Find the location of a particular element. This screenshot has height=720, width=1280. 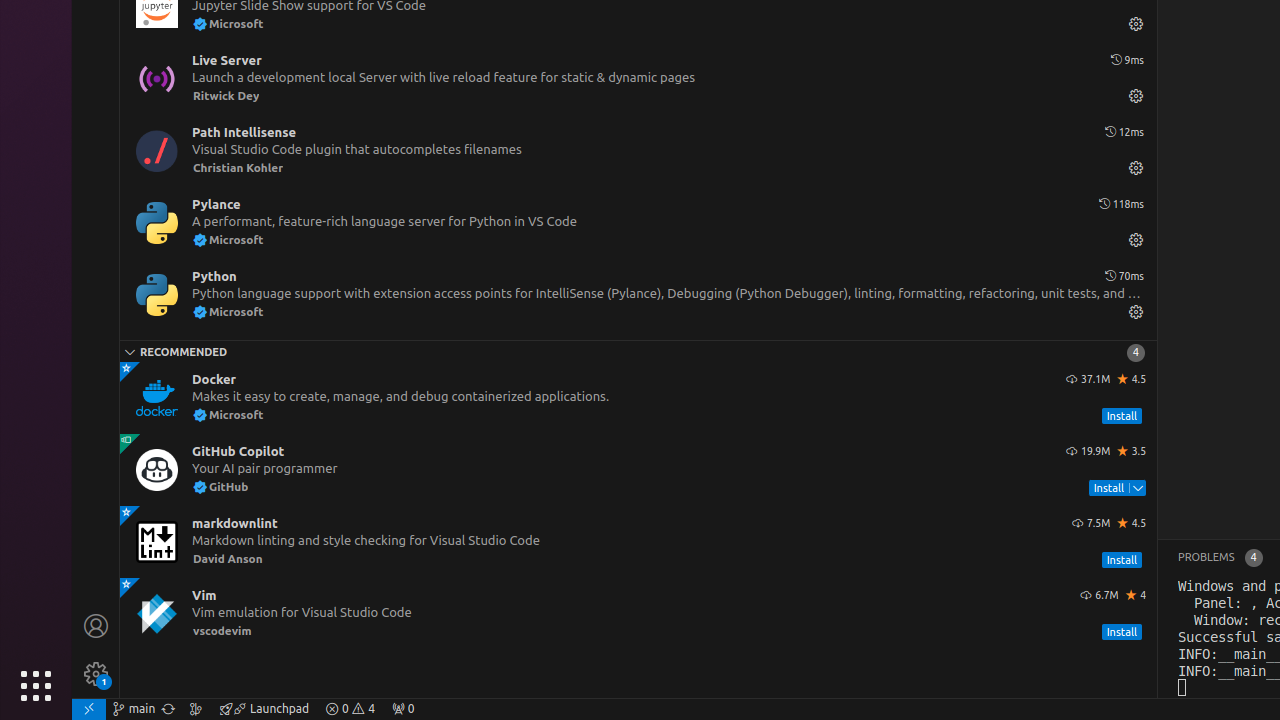

'rocket gitlens-unplug Launchpad, GitLens Launchpad ᴘʀᴇᴠɪᴇᴡ    &mdash;    [$(question)](command:gitlens.launchpad.indicator.action?%22info%22 "What is this?") [$(gear)](command:workbench.action.openSettings?%22gitlens.launchpad%22 "Settings")  |  [$(circle-slash) Hide](command:gitlens.launchpad.indicator.action?%22hide%22 "Hide") --- [Launchpad](command:gitlens.launchpad.indicator.action?%info%22 "Learn about Launchpad") organizes your pull requests into actionable groups to help you focus and keep your team unblocked. It' is located at coordinates (263, 707).